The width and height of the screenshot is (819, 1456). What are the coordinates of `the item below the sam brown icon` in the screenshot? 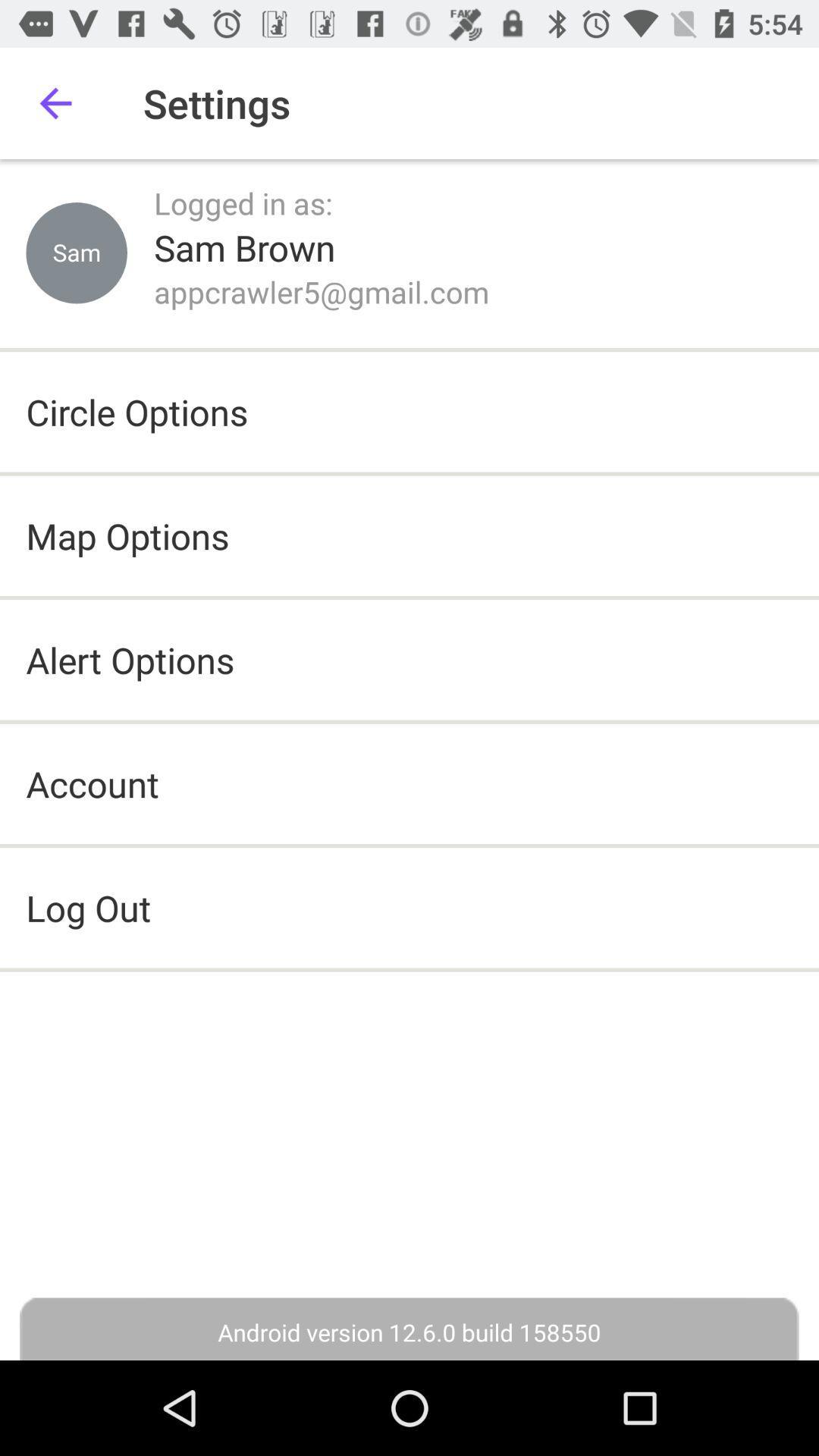 It's located at (321, 292).